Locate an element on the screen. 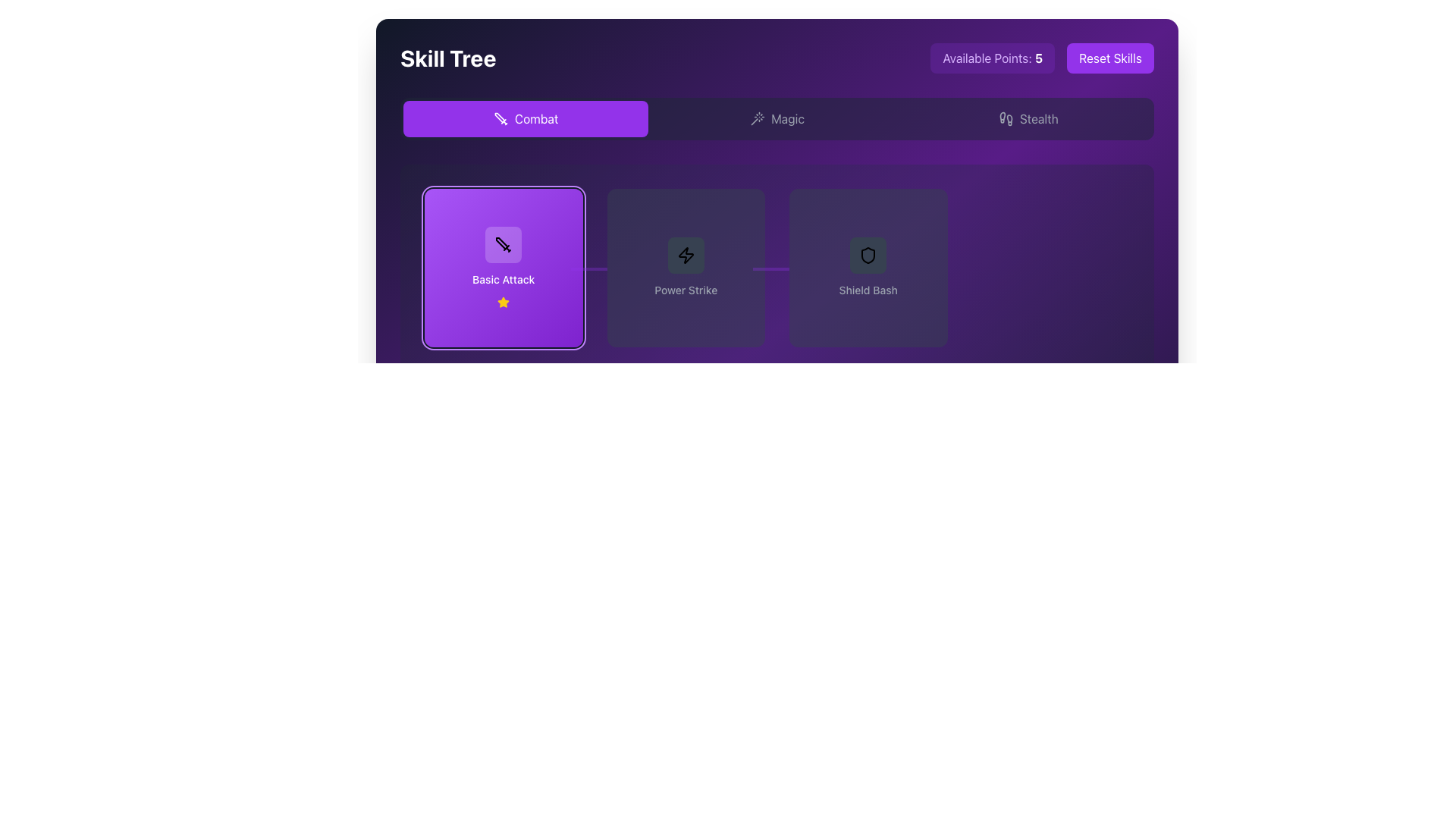 The height and width of the screenshot is (819, 1456). the 'Magic' navigation option in the horizontal navigation bar is located at coordinates (787, 118).